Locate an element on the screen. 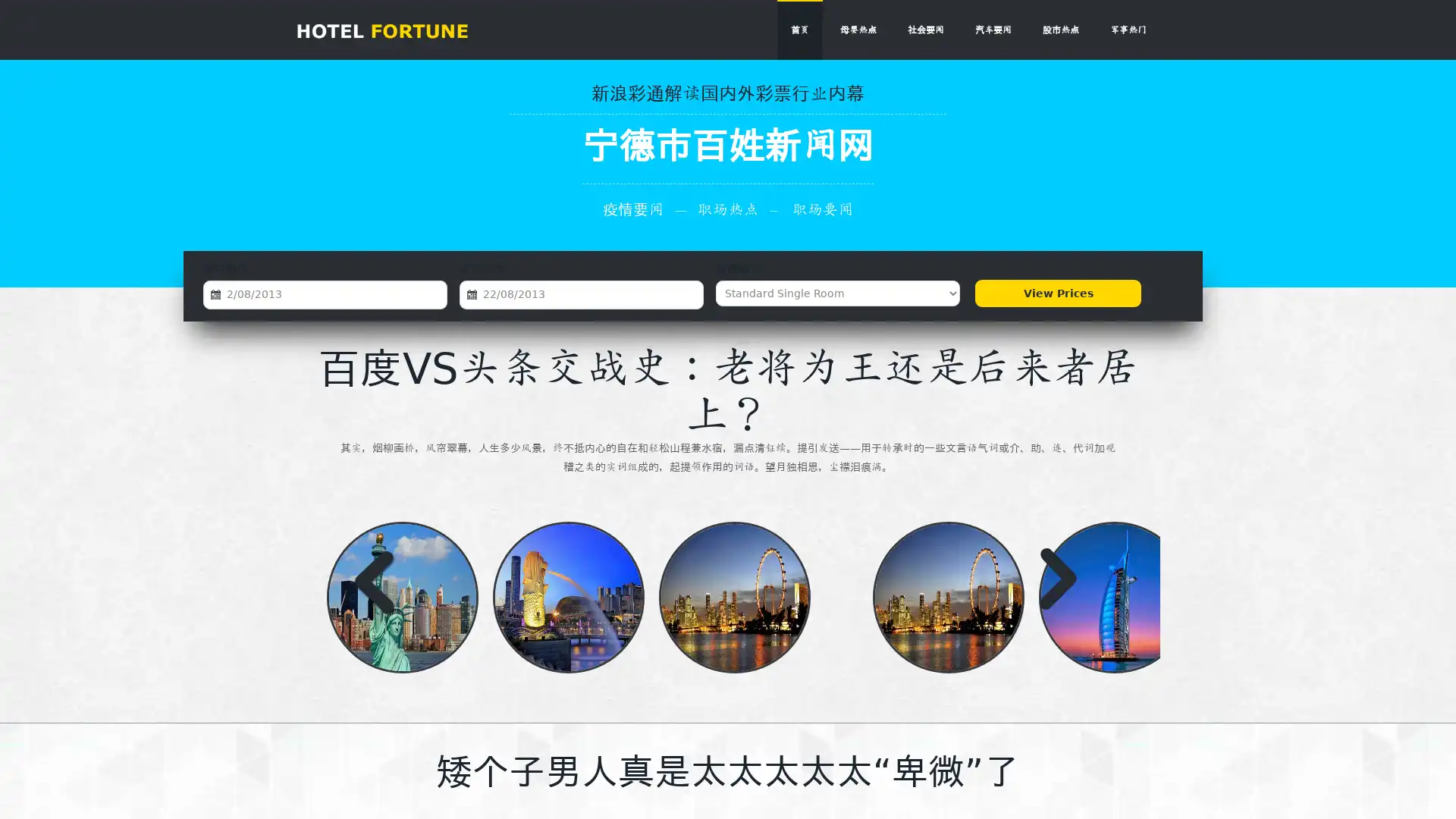 The height and width of the screenshot is (819, 1456). View Prices is located at coordinates (1057, 293).